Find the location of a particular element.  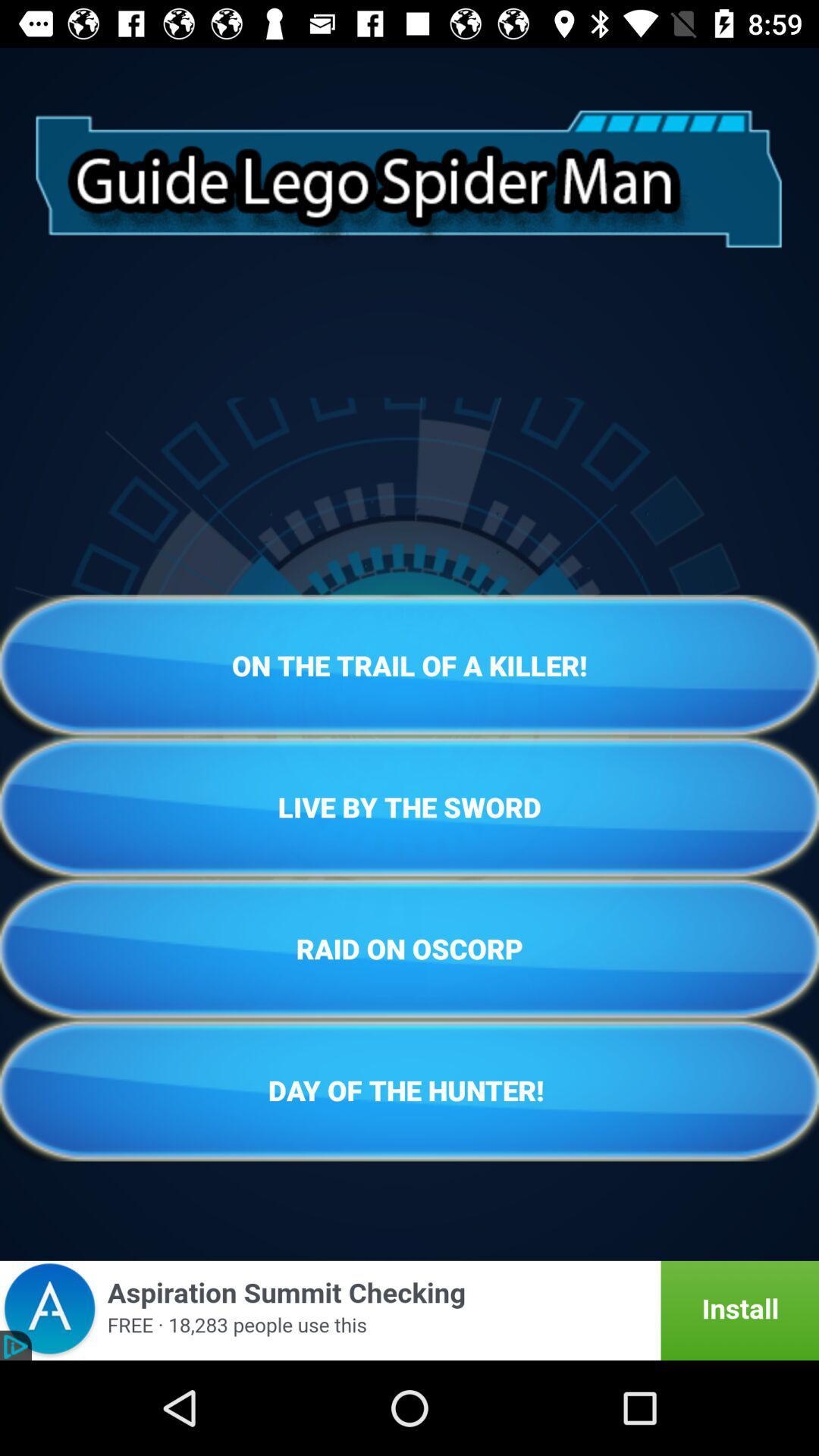

install an app from the banner is located at coordinates (409, 1310).